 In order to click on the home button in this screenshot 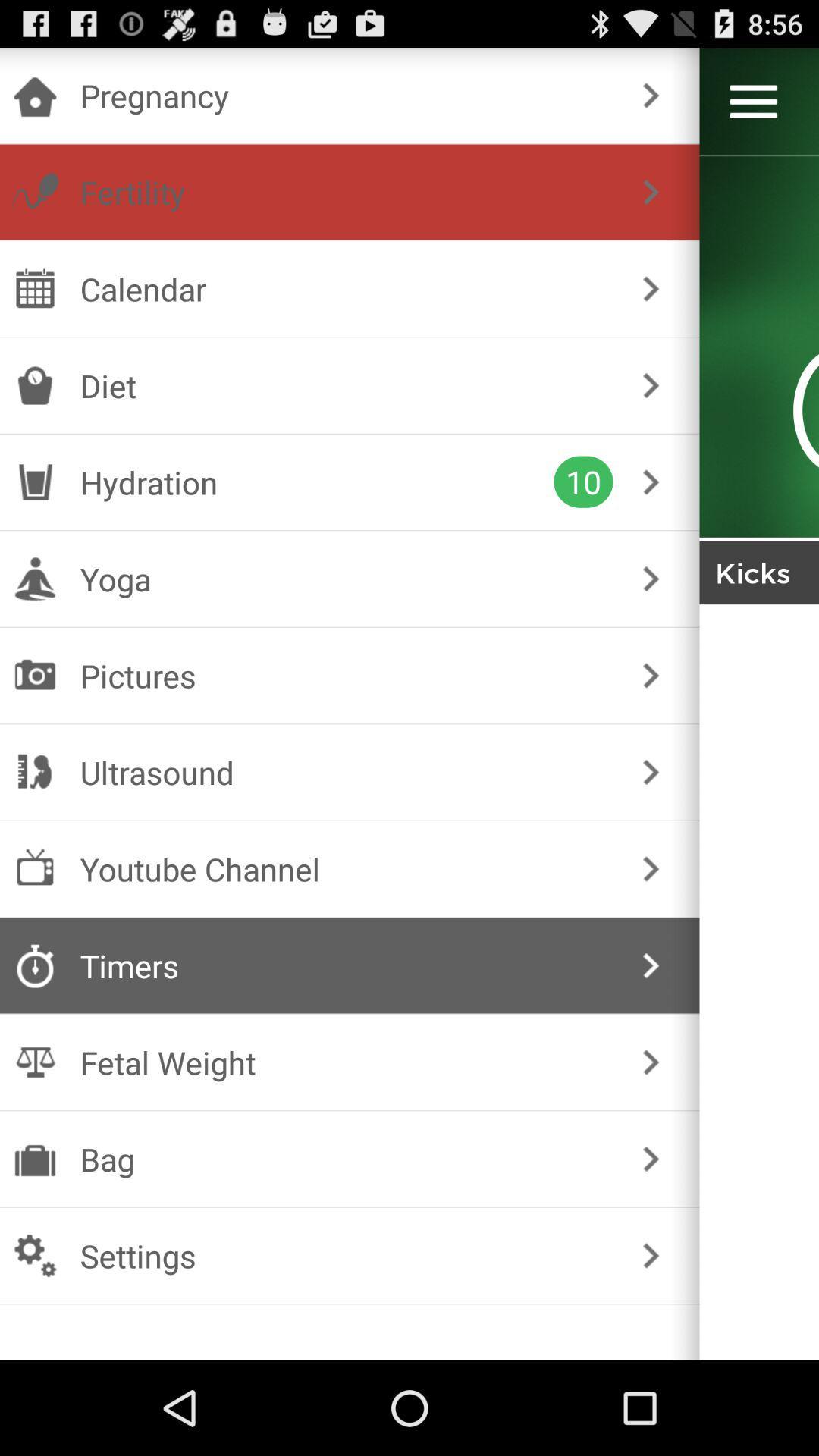, I will do `click(34, 94)`.